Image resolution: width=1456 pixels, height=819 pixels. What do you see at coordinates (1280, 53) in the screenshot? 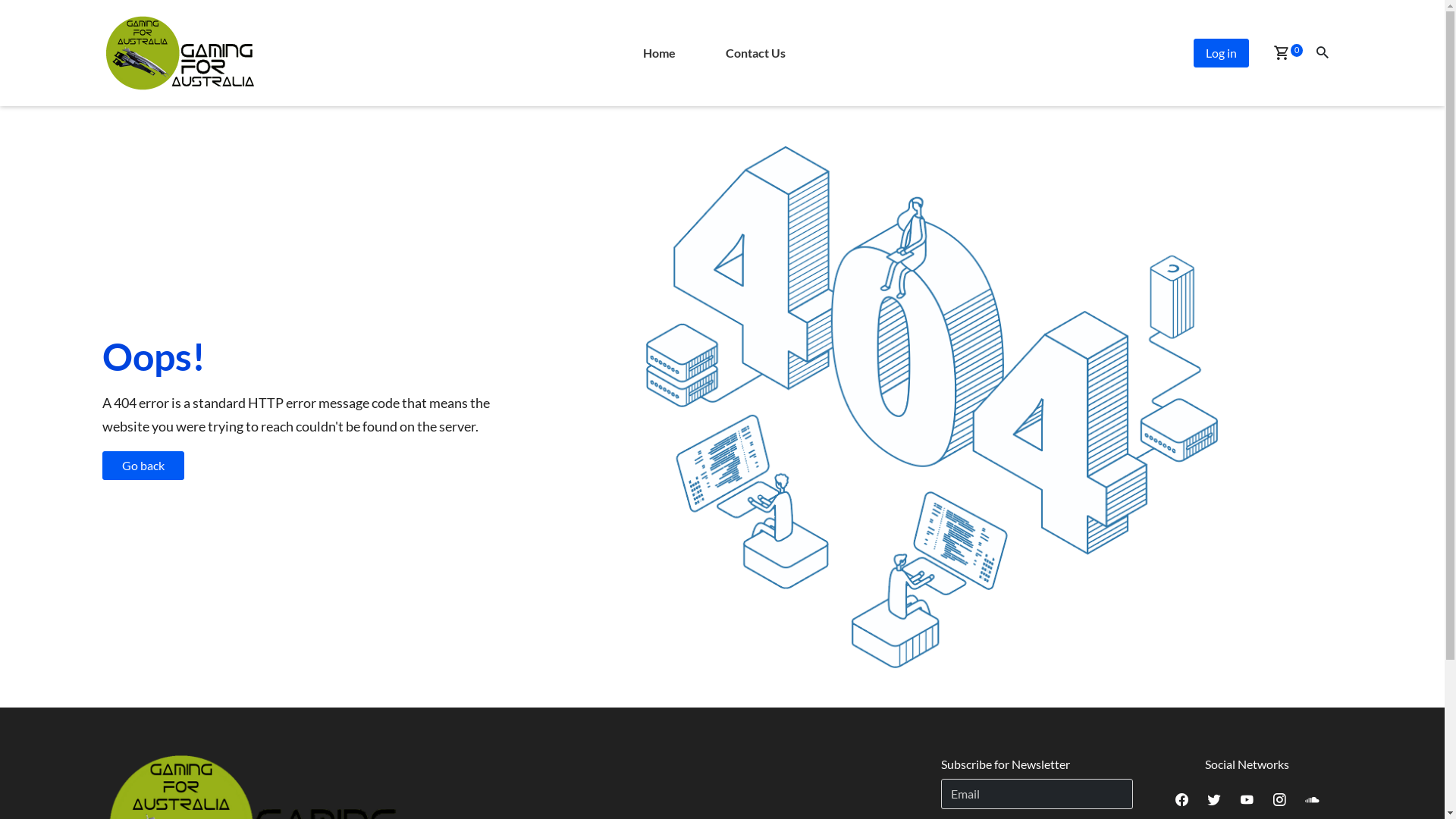
I see `'0'` at bounding box center [1280, 53].